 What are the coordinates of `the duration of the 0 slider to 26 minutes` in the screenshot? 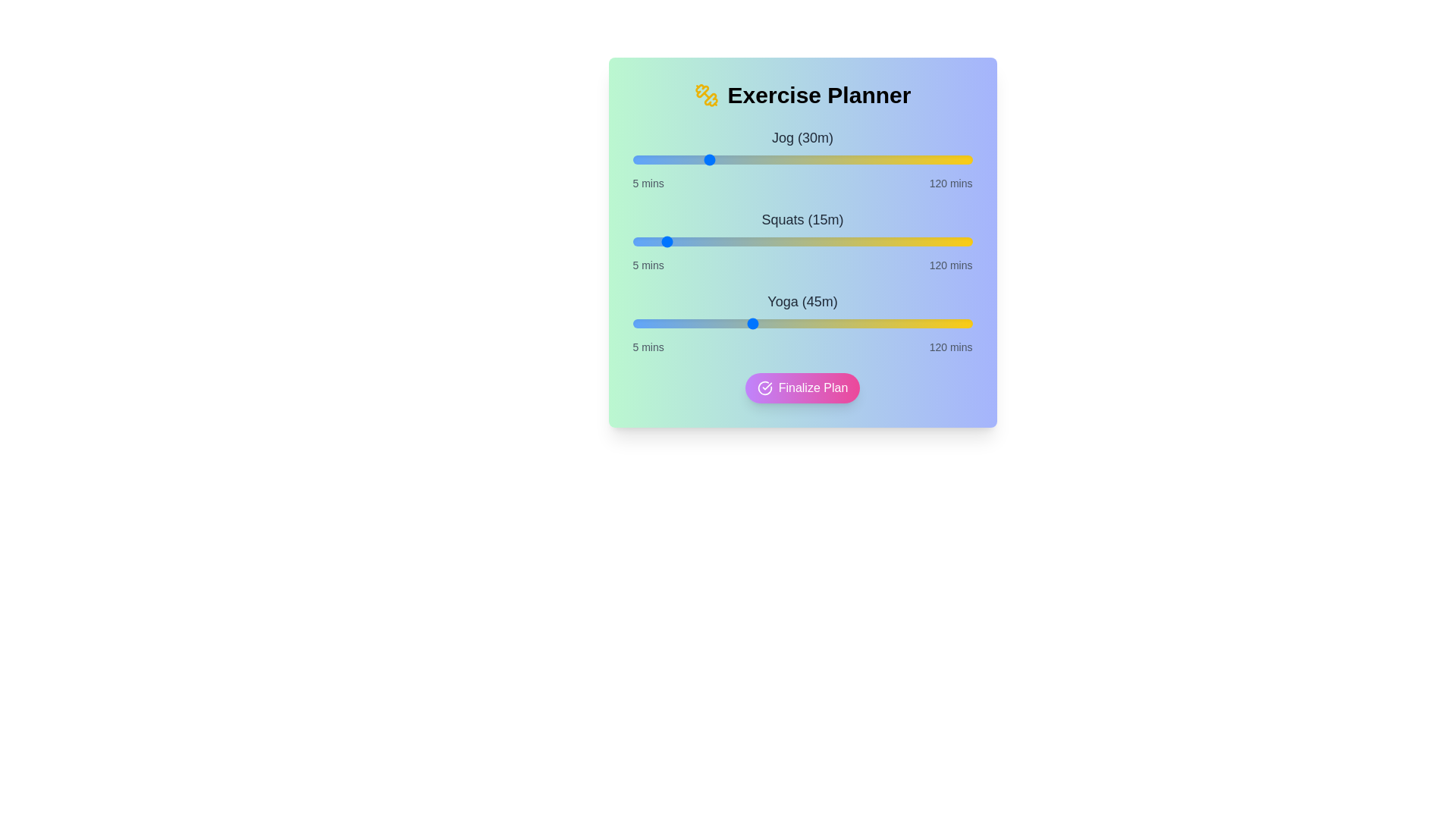 It's located at (694, 160).